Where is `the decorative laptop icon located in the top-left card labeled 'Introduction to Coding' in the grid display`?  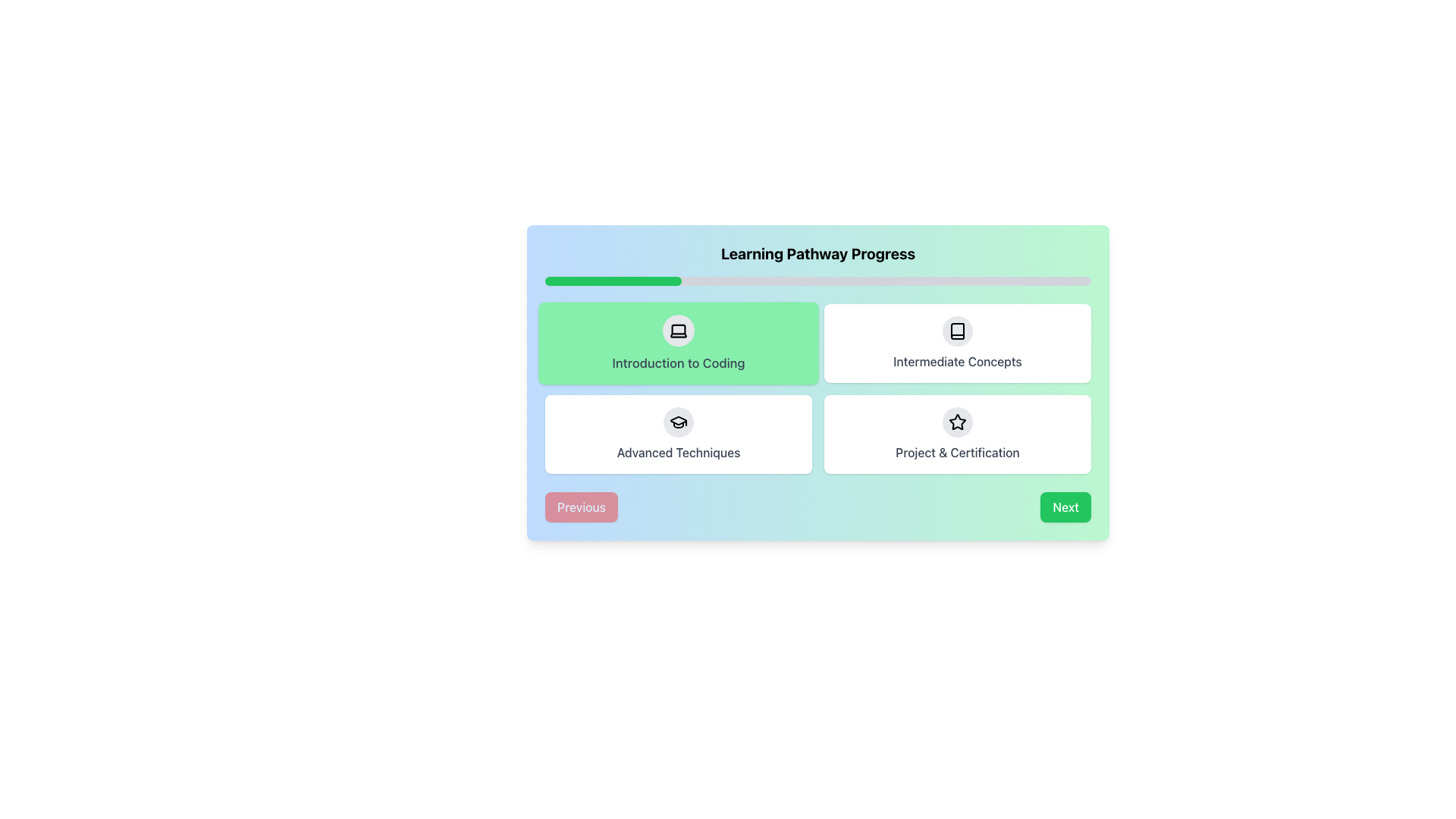
the decorative laptop icon located in the top-left card labeled 'Introduction to Coding' in the grid display is located at coordinates (677, 329).